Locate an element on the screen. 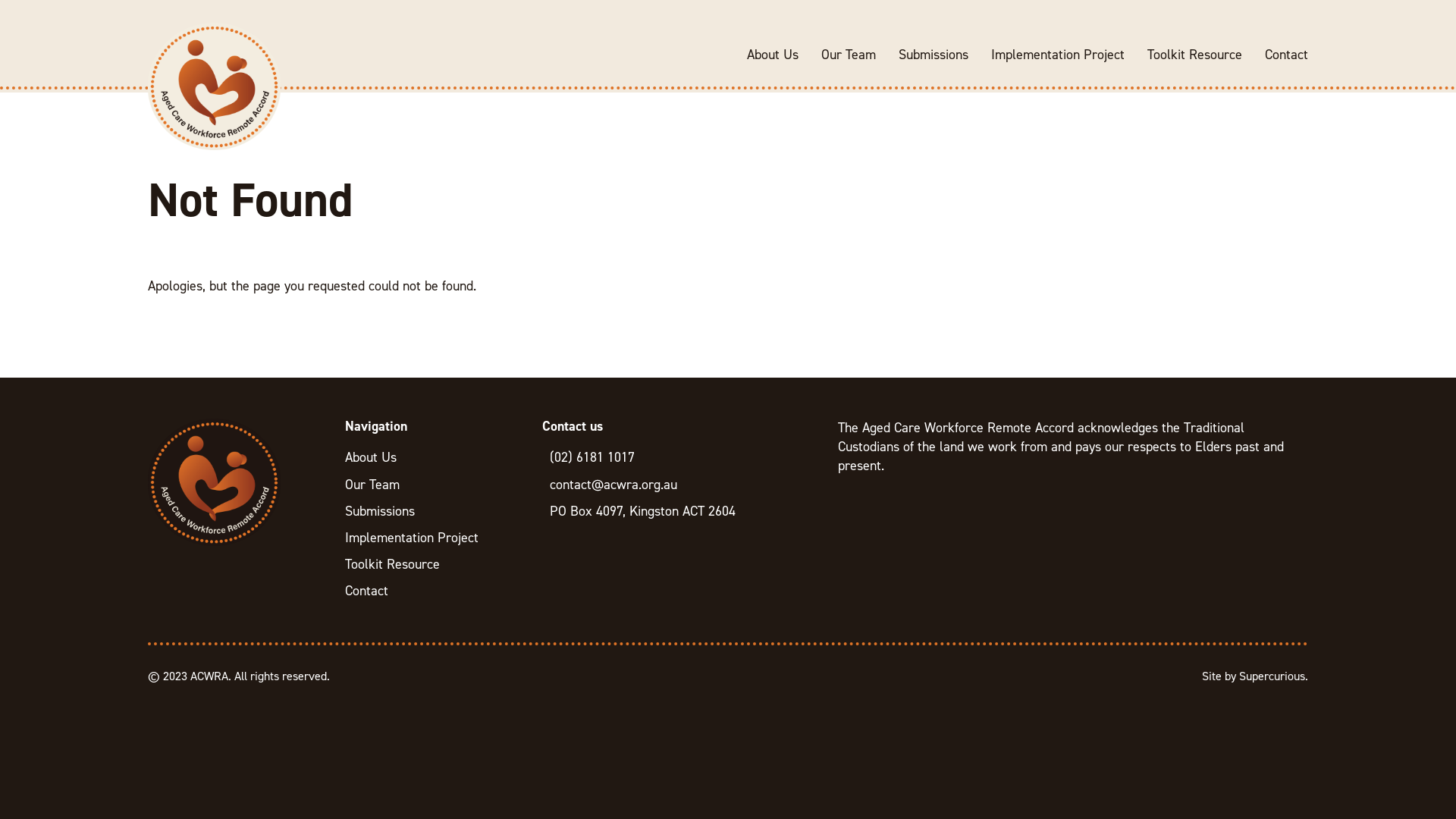 This screenshot has height=819, width=1456. 'Toolkit Resource' is located at coordinates (1194, 54).